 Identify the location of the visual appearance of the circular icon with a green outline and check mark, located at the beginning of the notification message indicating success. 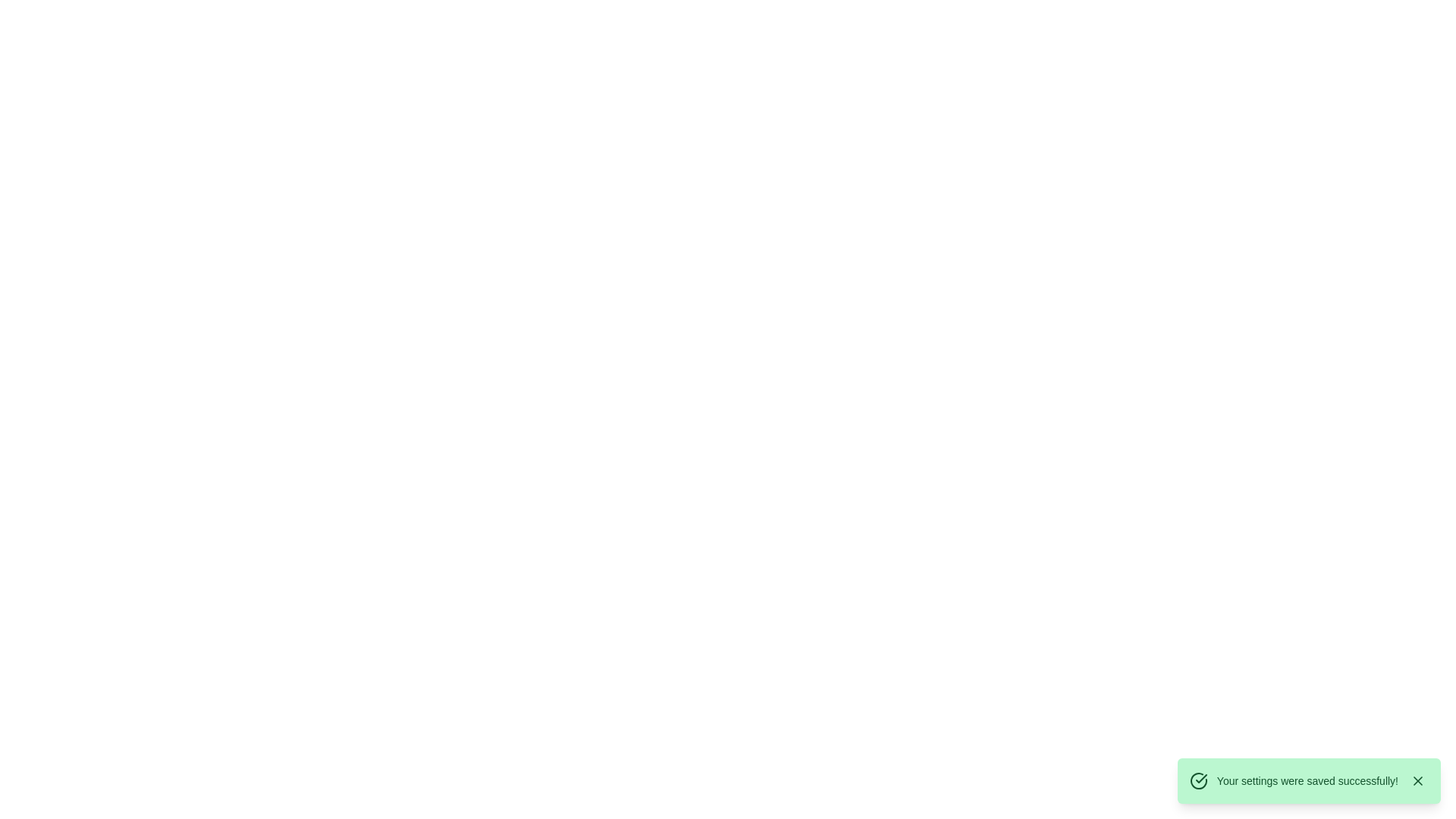
(1197, 780).